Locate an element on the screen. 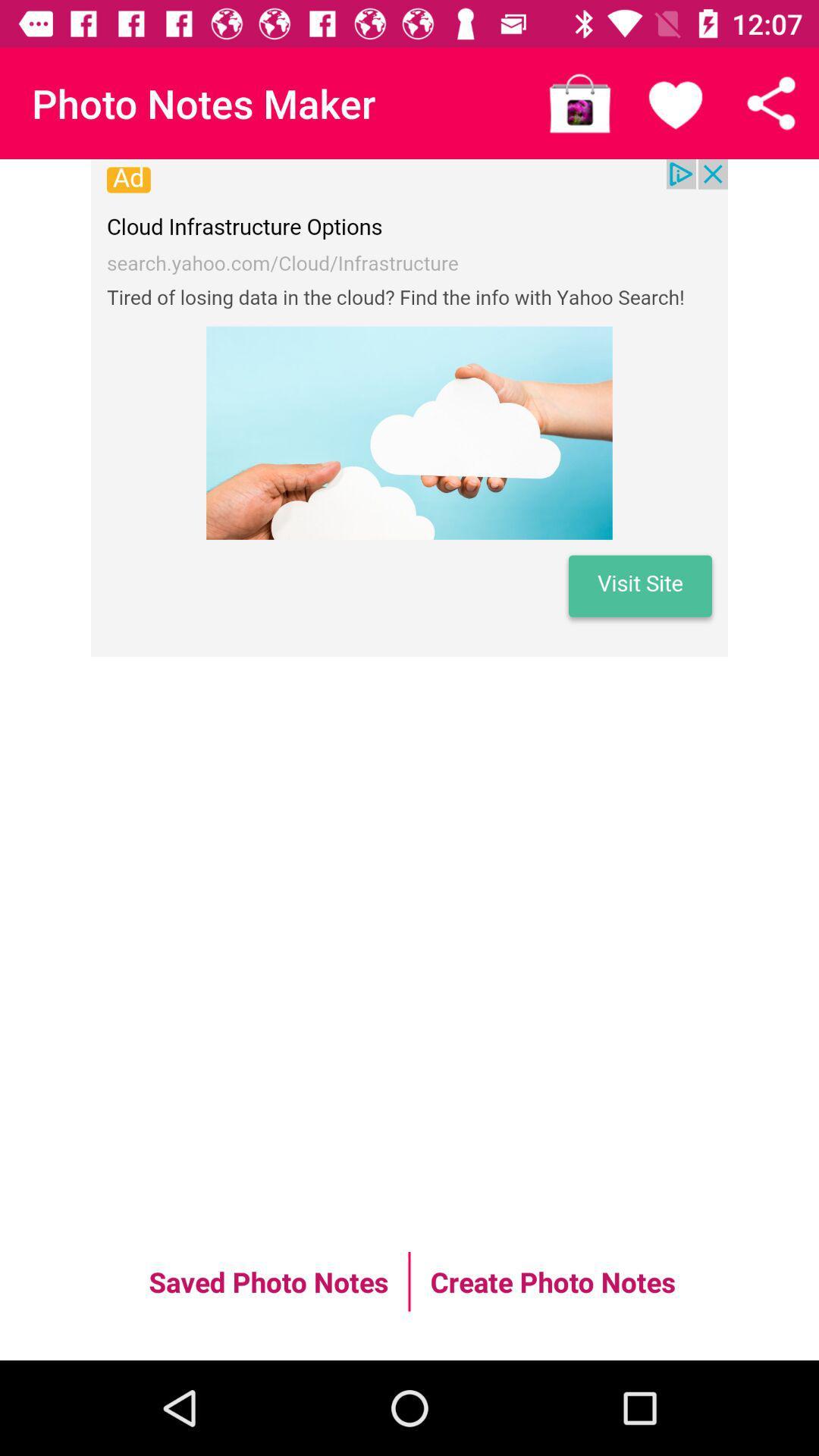  like the page is located at coordinates (675, 102).